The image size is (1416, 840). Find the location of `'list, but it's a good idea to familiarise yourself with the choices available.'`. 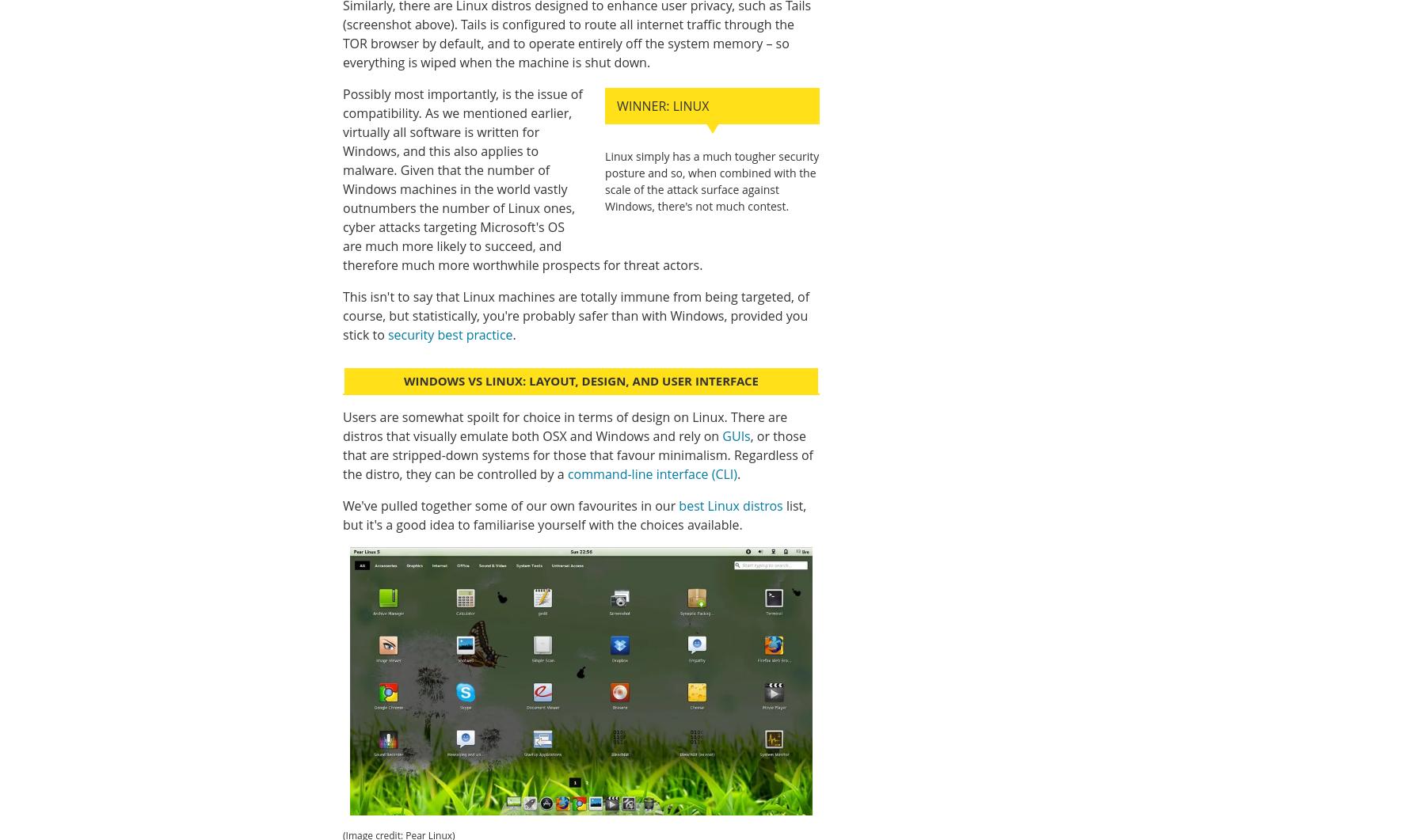

'list, but it's a good idea to familiarise yourself with the choices available.' is located at coordinates (573, 515).